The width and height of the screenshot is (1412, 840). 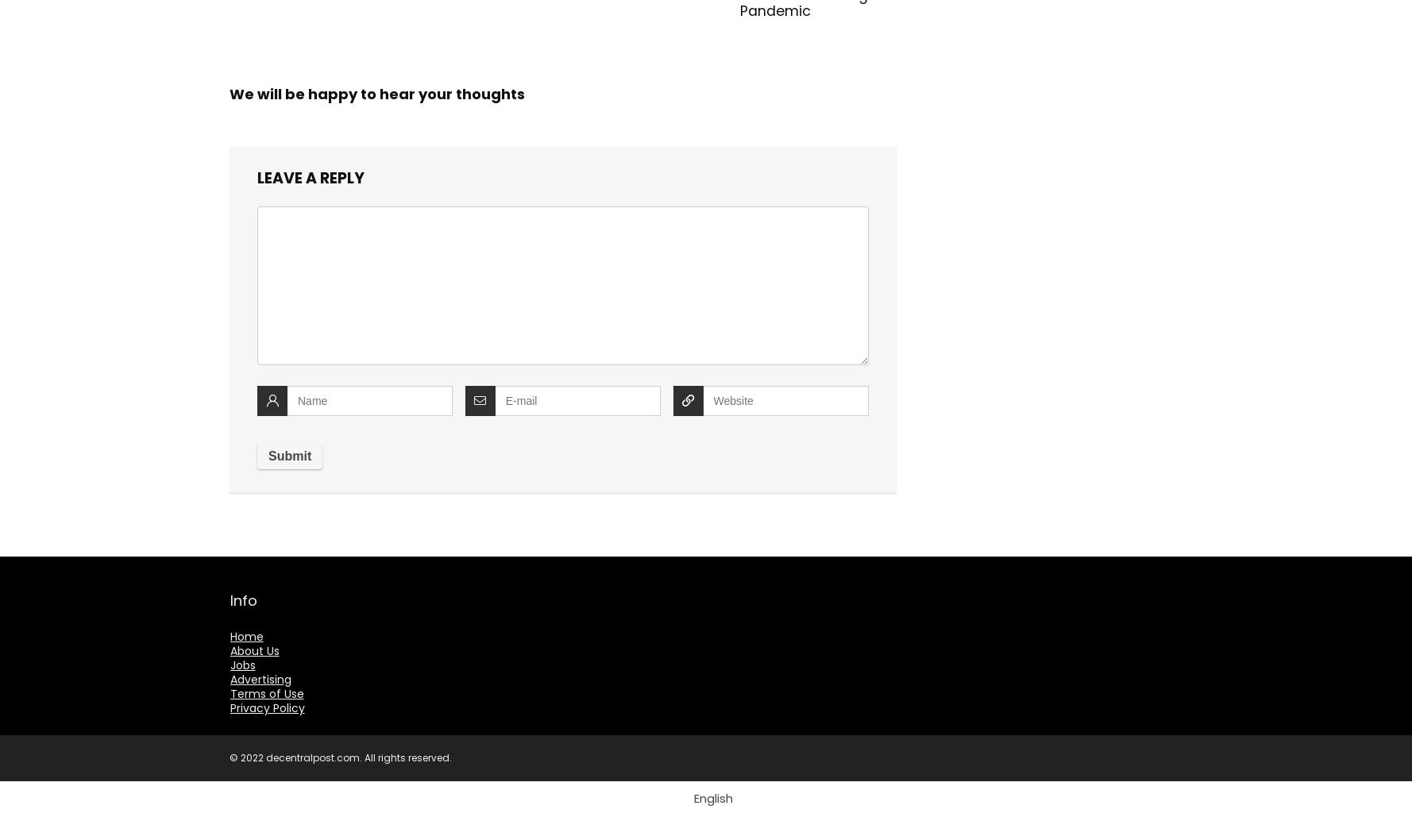 I want to click on 'Terms of Use', so click(x=265, y=693).